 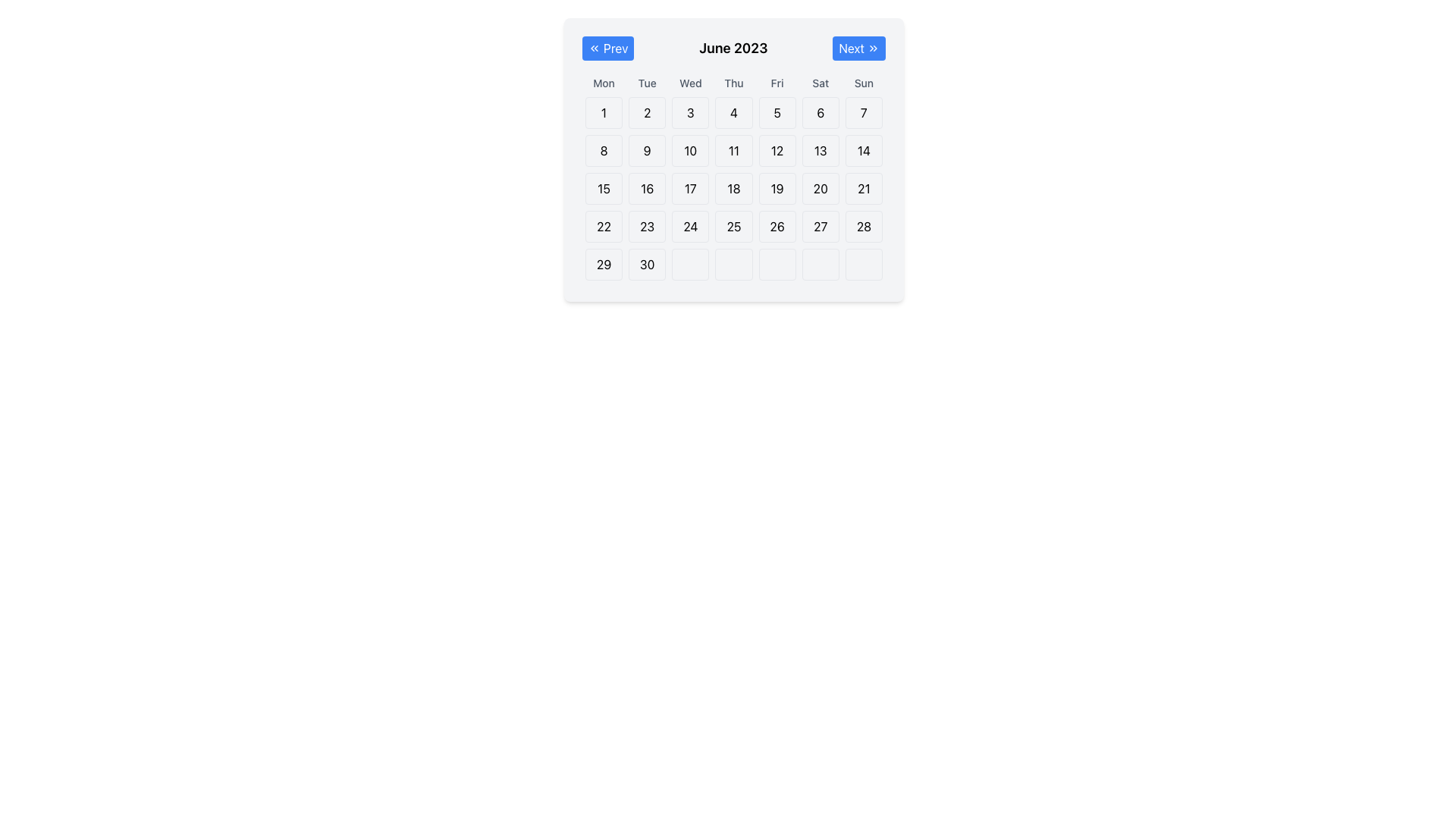 What do you see at coordinates (647, 151) in the screenshot?
I see `the button labeled '9'` at bounding box center [647, 151].